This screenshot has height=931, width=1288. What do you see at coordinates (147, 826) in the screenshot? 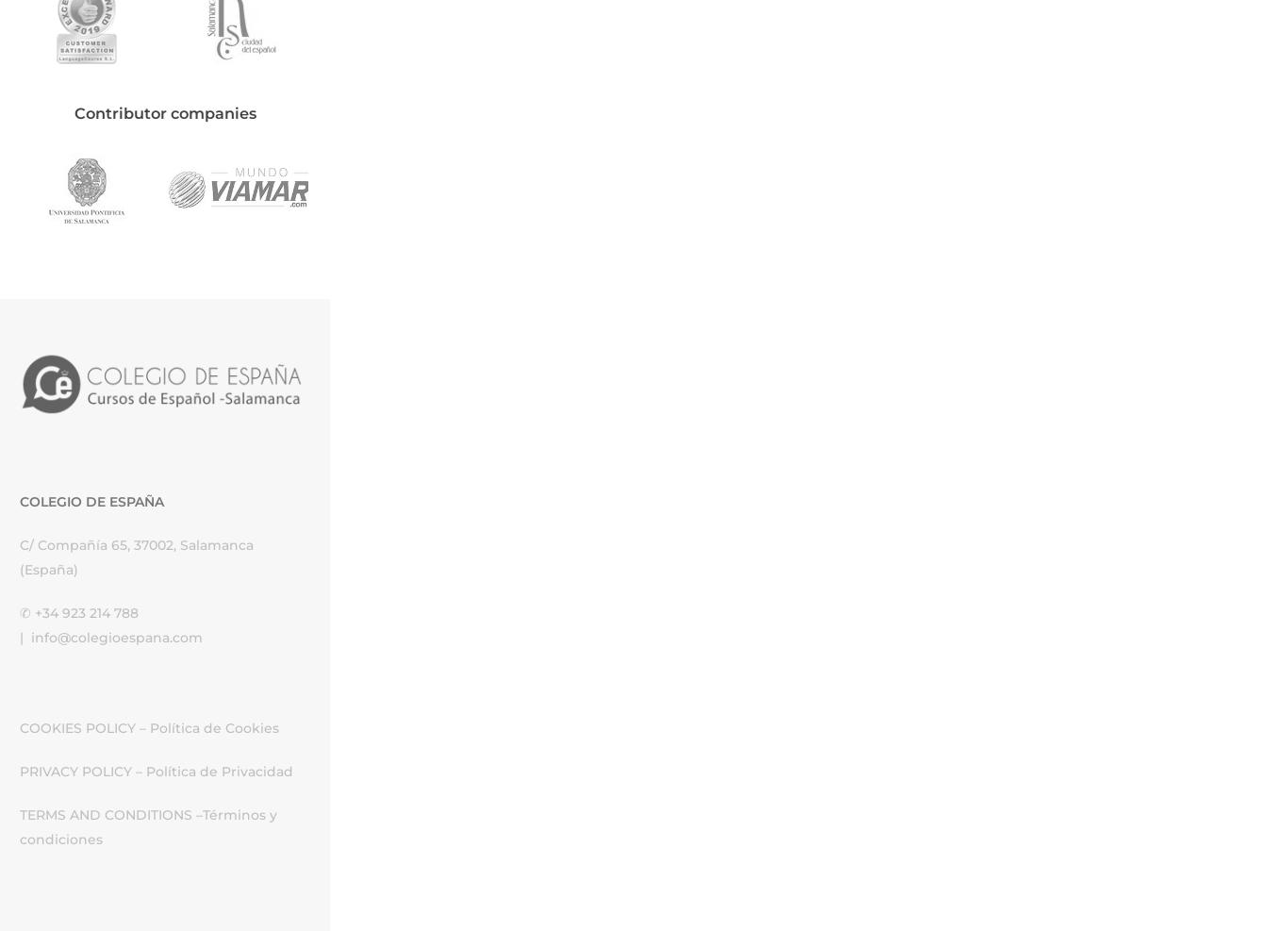
I see `'Términos y condiciones'` at bounding box center [147, 826].